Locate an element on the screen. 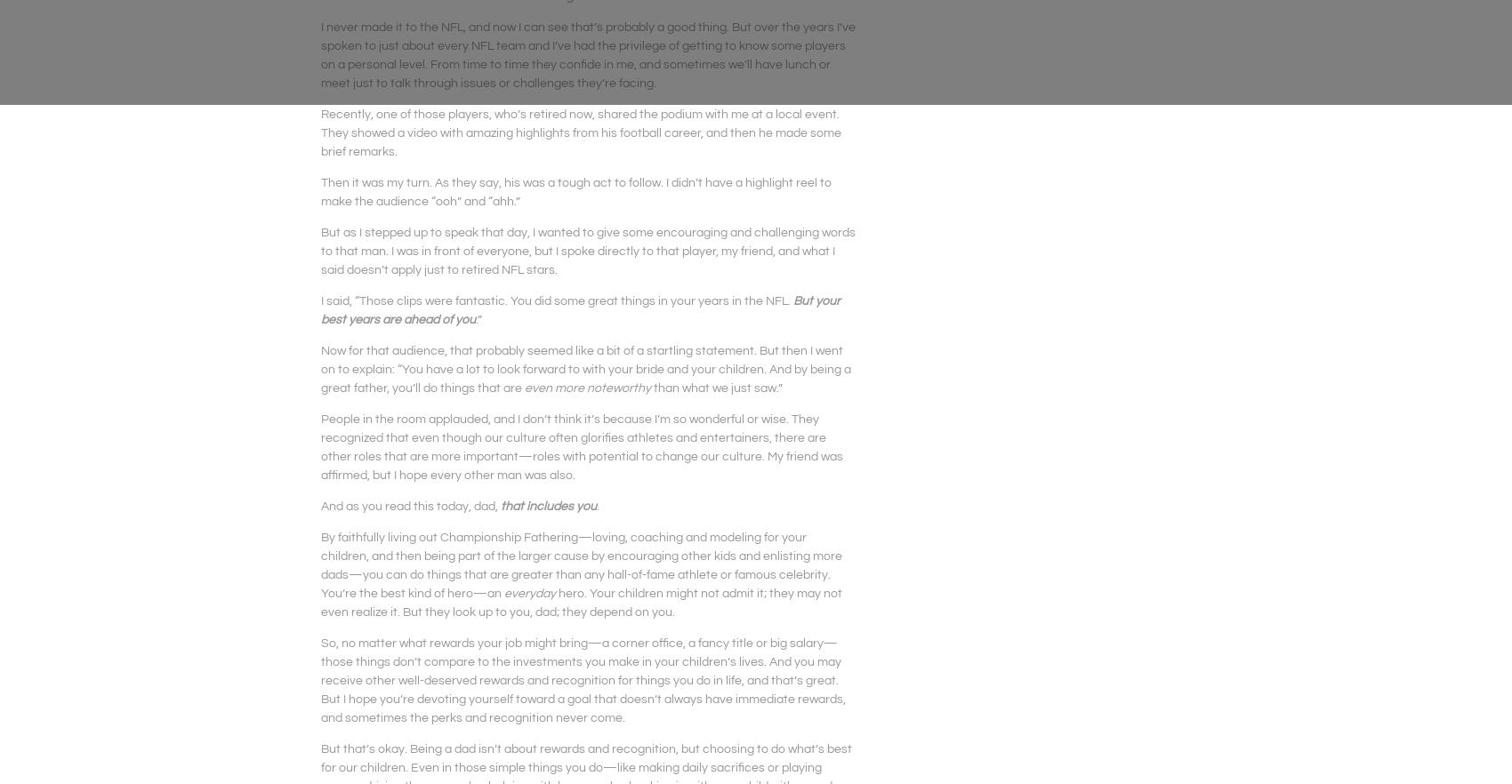  'Recently, one of those players, who’s retired now, shared the podium with me at a local event. They showed a video with amazing highlights from his football career, and then he made some brief remarks.' is located at coordinates (581, 132).